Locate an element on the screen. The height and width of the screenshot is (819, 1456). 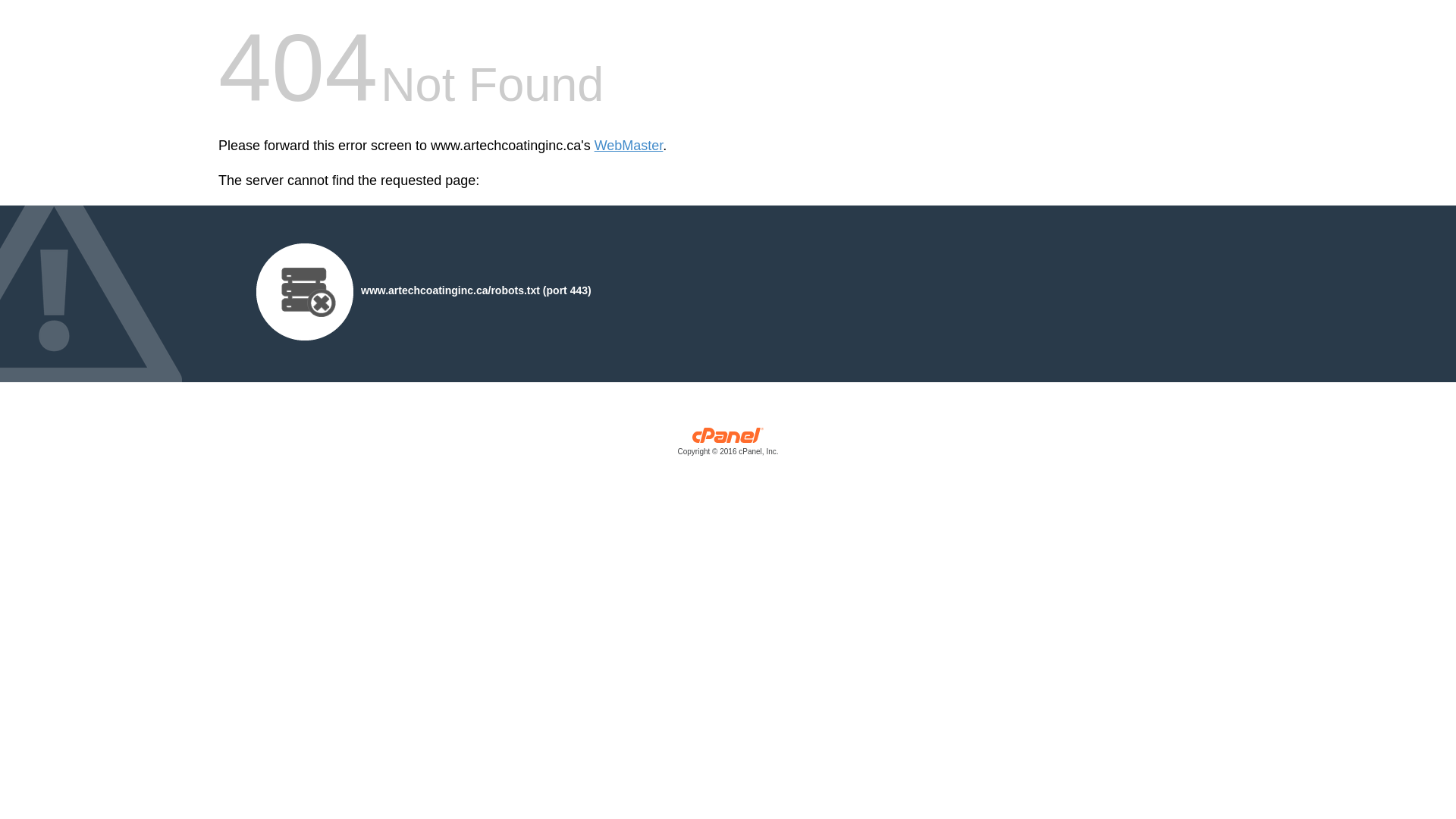
'WebMaster' is located at coordinates (629, 146).